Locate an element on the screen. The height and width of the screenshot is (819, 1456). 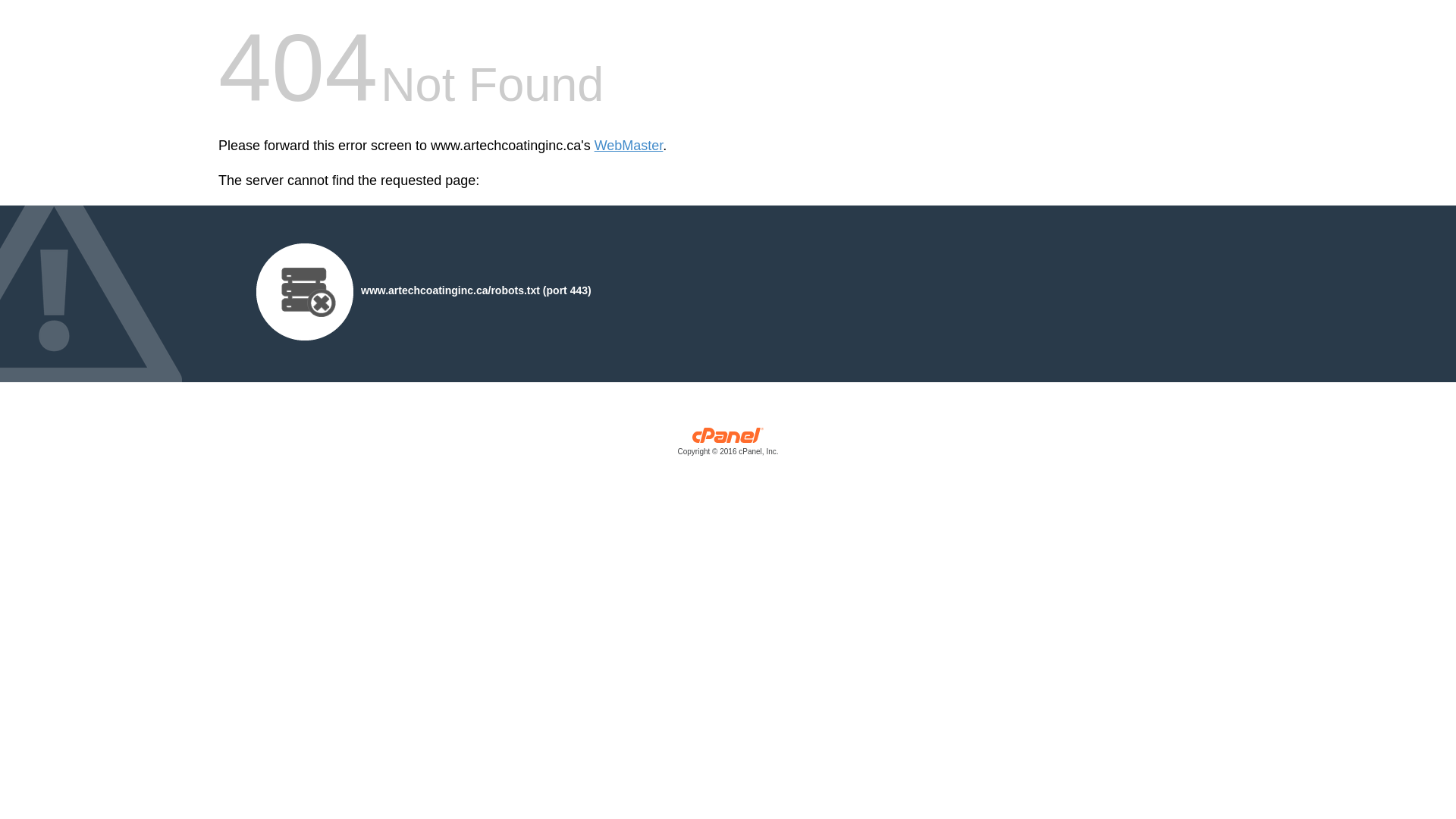
'WebMaster' is located at coordinates (629, 146).